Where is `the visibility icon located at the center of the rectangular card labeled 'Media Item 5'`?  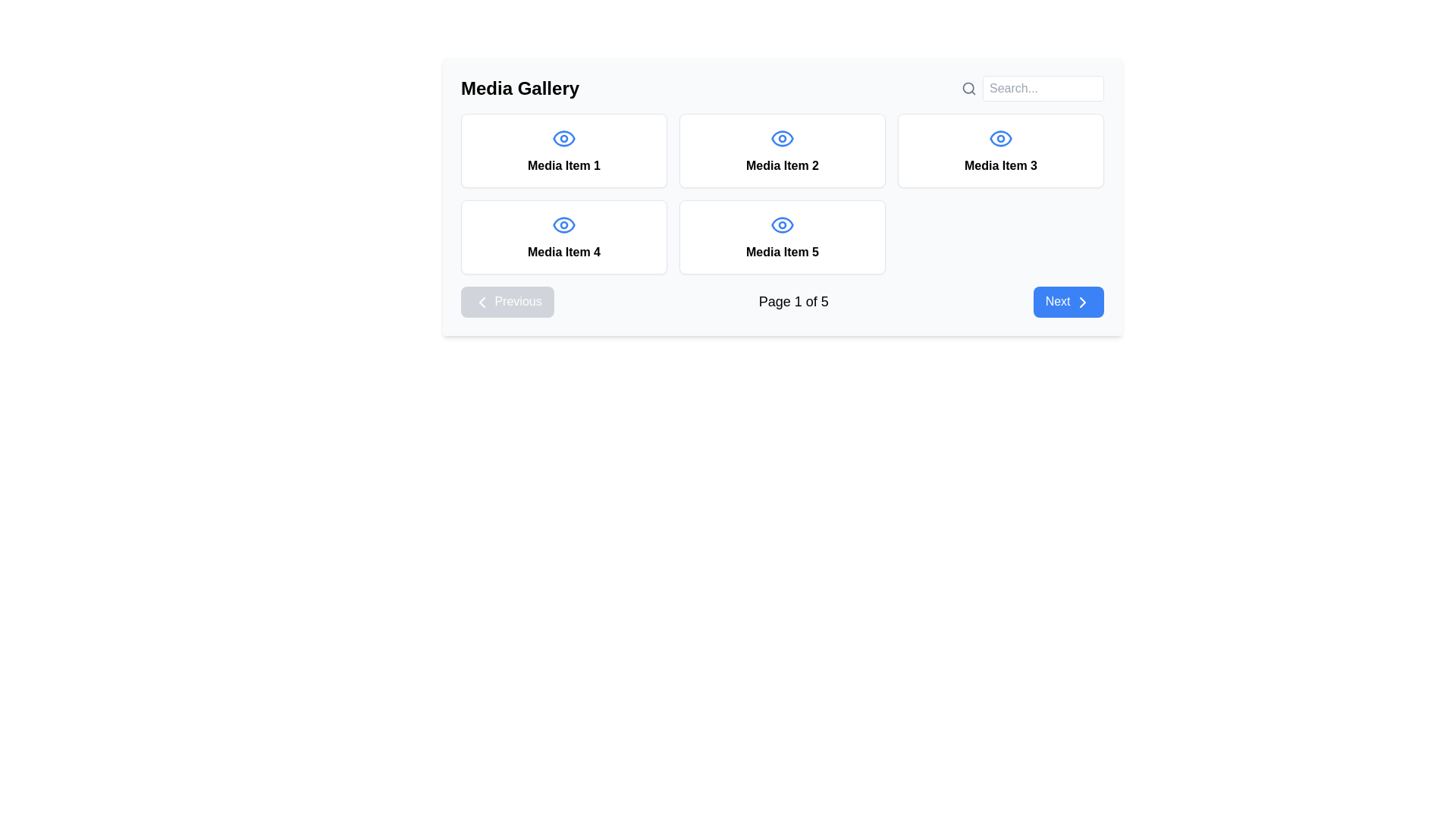 the visibility icon located at the center of the rectangular card labeled 'Media Item 5' is located at coordinates (783, 225).